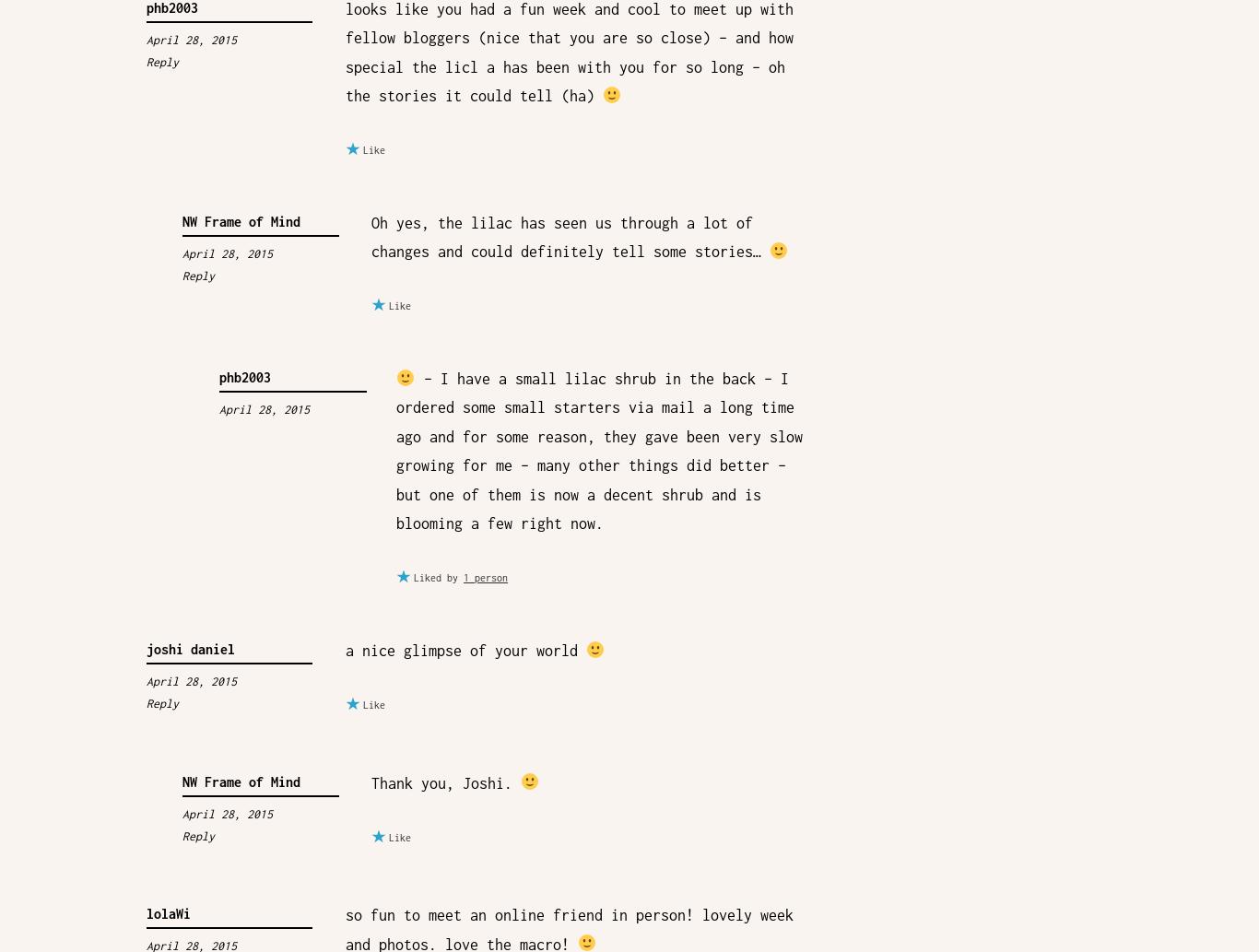 This screenshot has width=1259, height=952. What do you see at coordinates (395, 451) in the screenshot?
I see `'– I have a small lilac shrub in the back – I ordered some small starters via mail a long time ago and for some reason, they gave been very slow growing for me – many other things did better – but one of them is now a decent shrub and is blooming a few right now.'` at bounding box center [395, 451].